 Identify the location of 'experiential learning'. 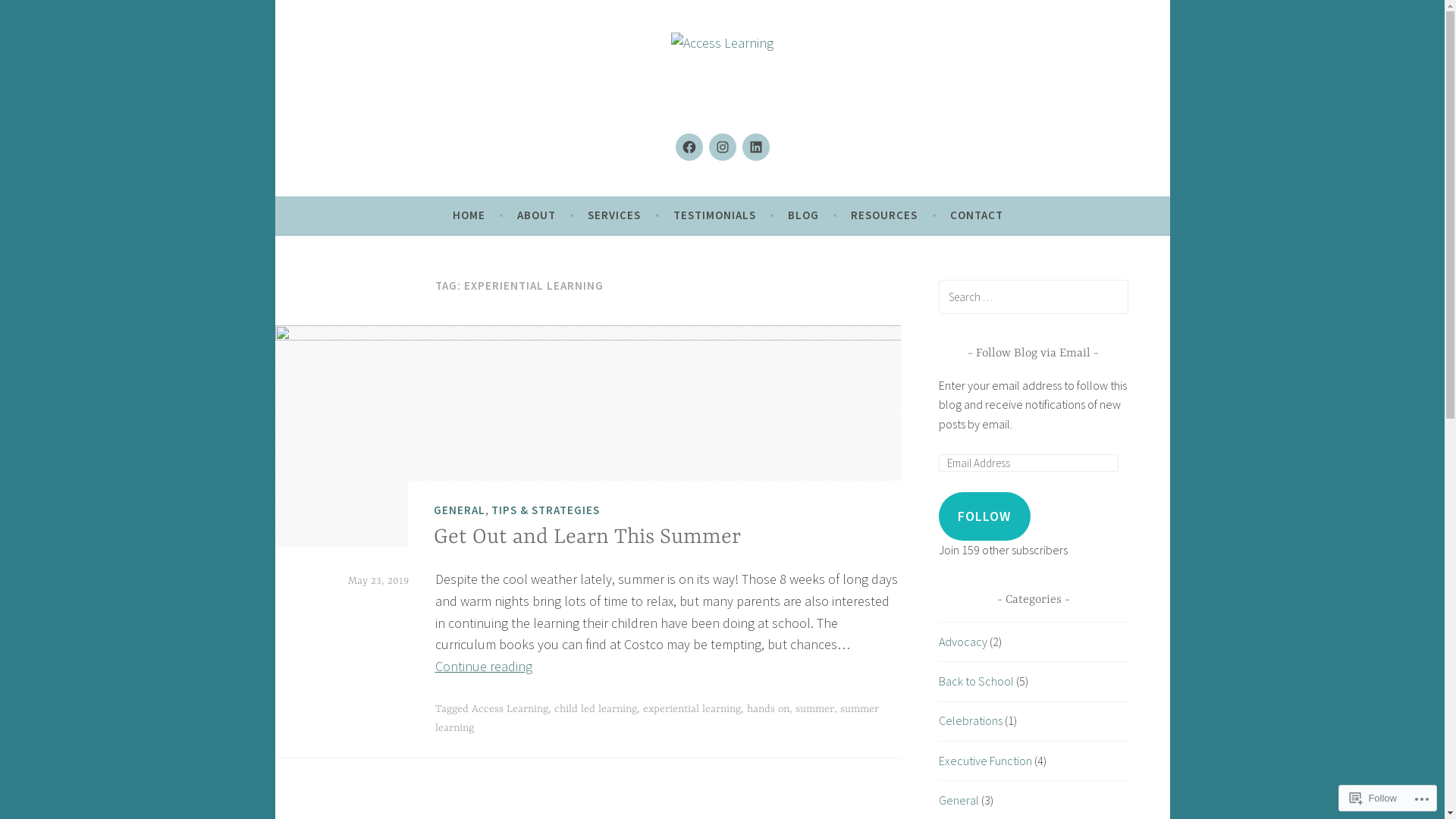
(691, 708).